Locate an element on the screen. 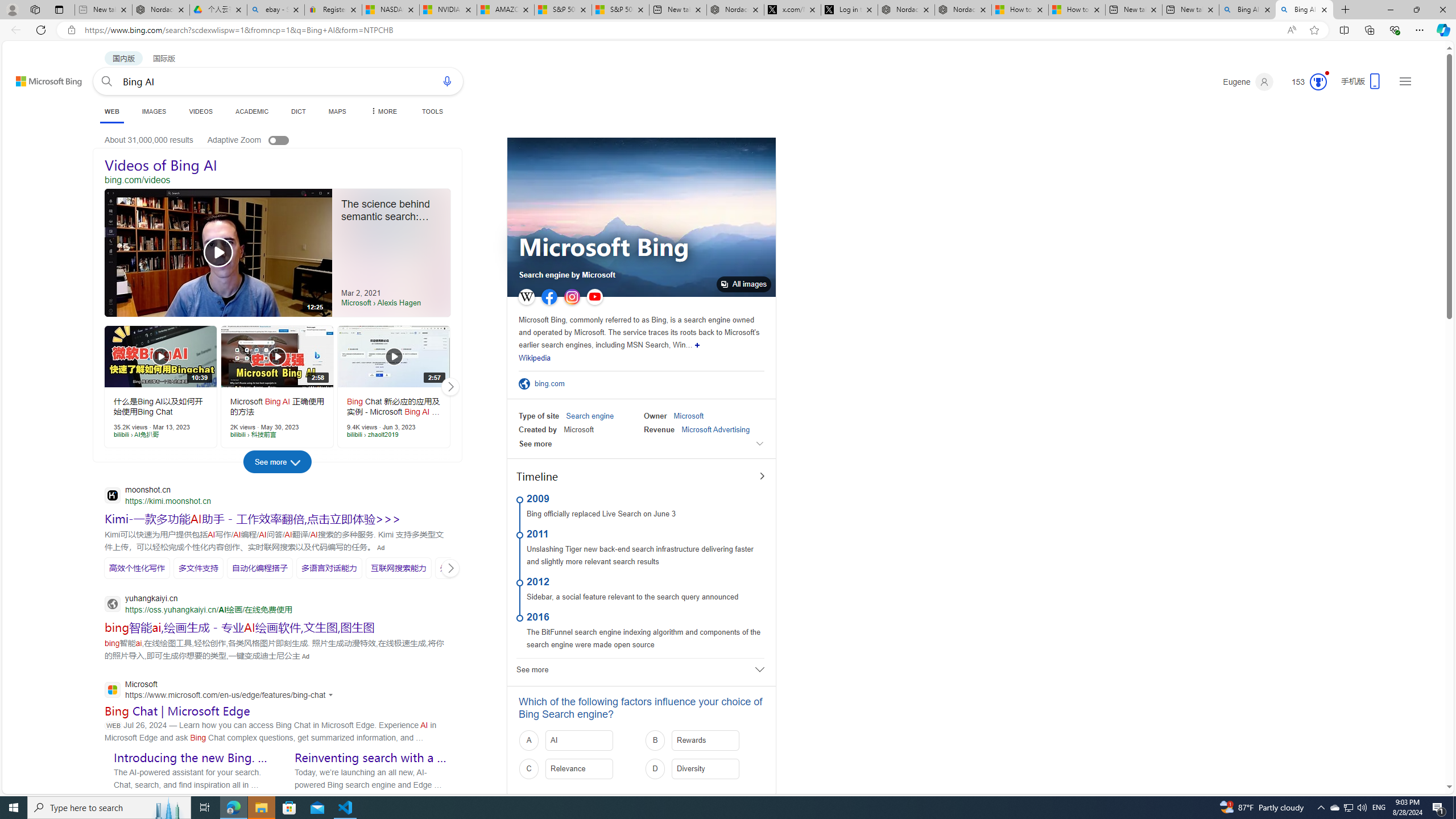  'Type of site' is located at coordinates (538, 416).